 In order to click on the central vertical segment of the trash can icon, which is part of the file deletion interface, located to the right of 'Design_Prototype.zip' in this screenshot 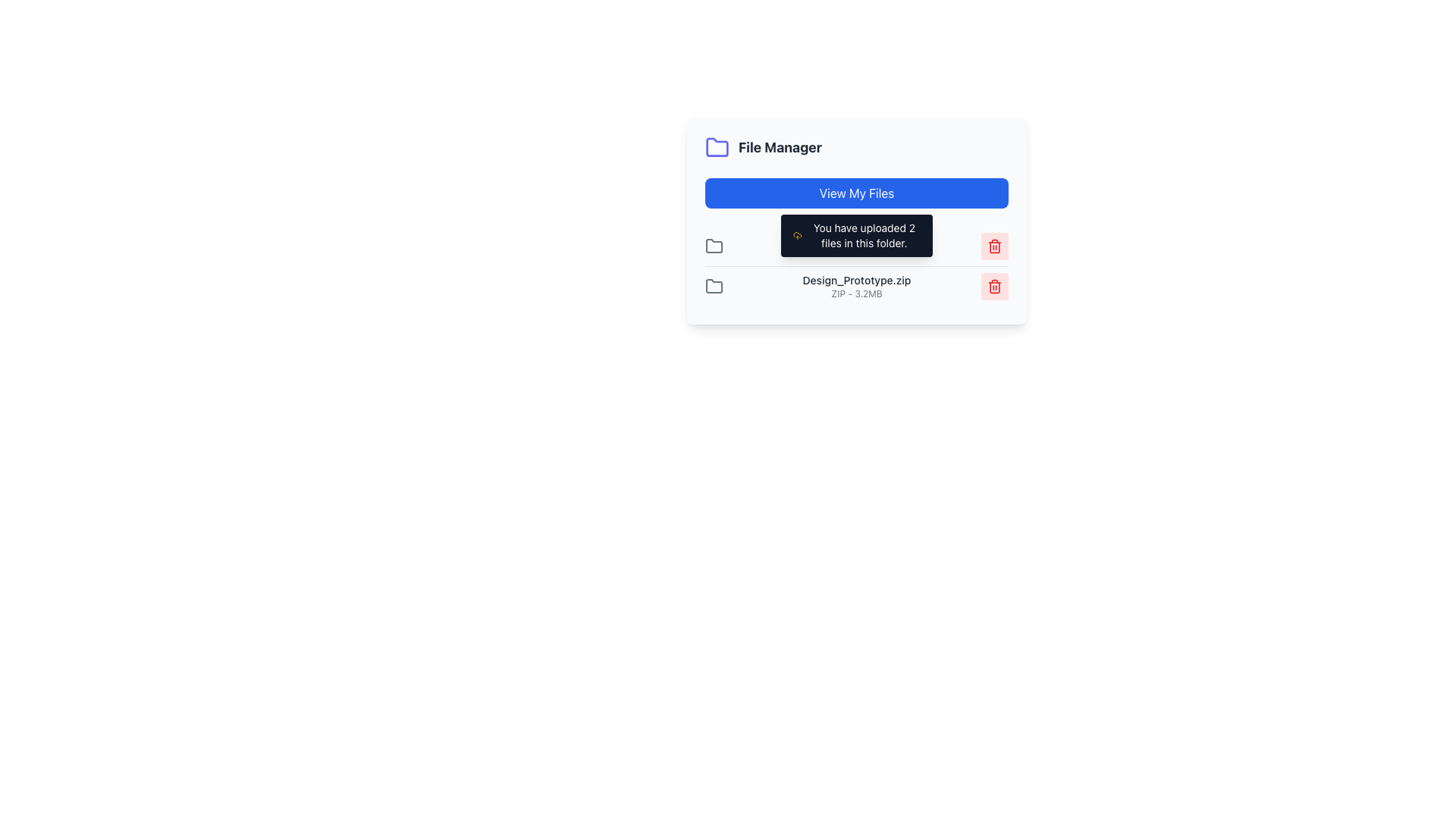, I will do `click(994, 287)`.